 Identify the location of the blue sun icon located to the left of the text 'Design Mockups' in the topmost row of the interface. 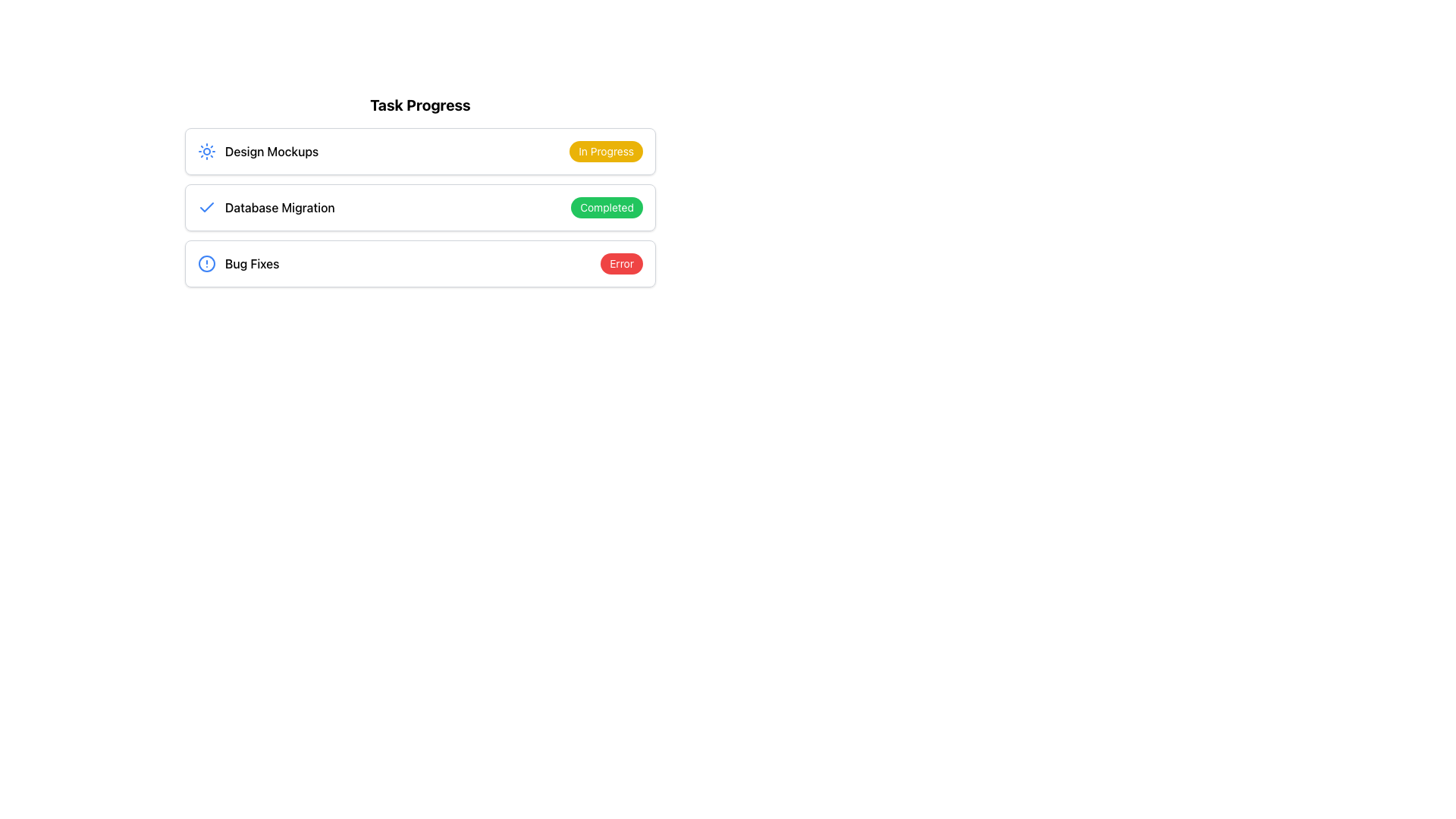
(206, 152).